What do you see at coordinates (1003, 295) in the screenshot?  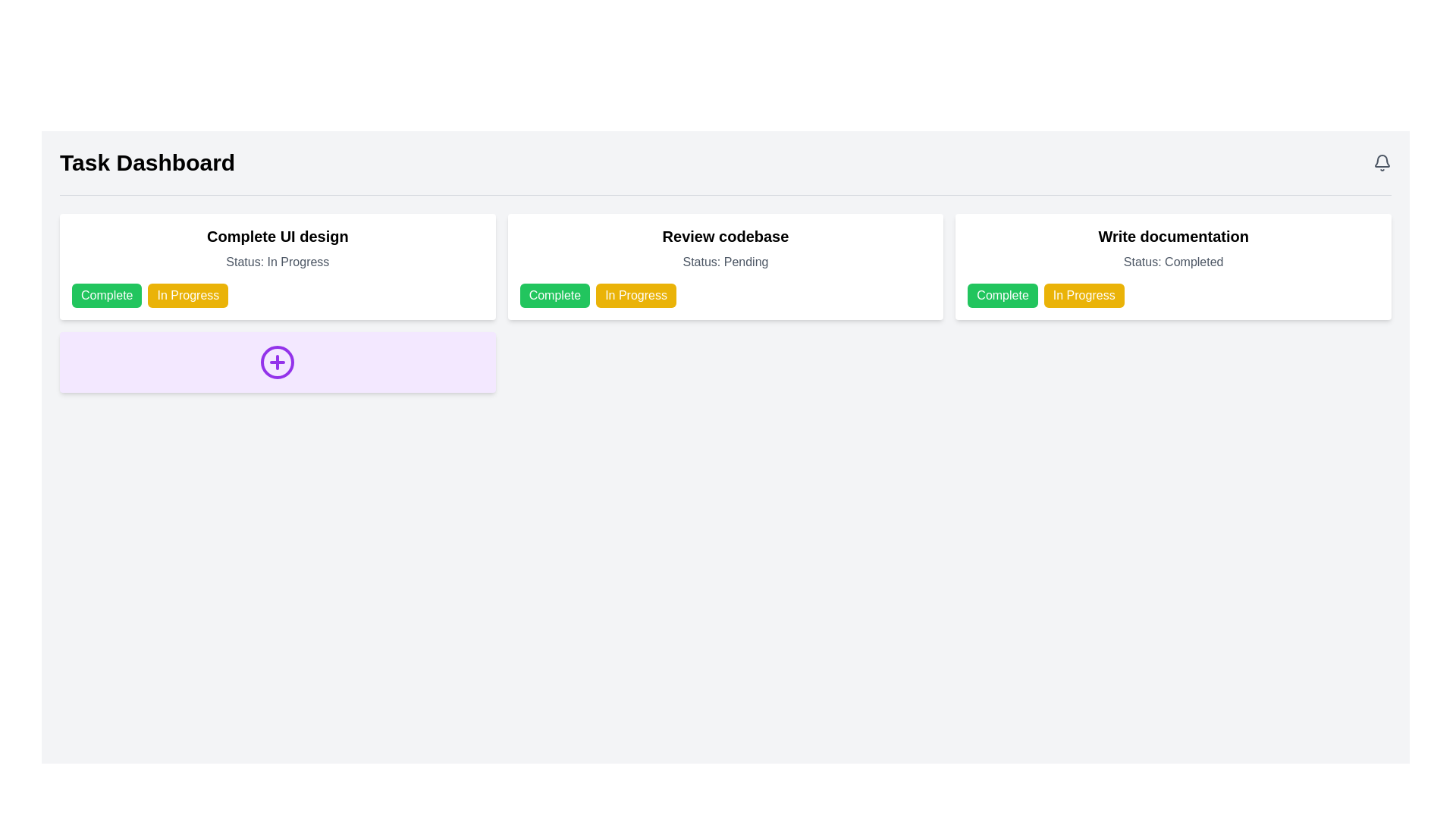 I see `the leftmost button under the 'Write documentation' card in the task dashboard to mark the associated task as completed` at bounding box center [1003, 295].